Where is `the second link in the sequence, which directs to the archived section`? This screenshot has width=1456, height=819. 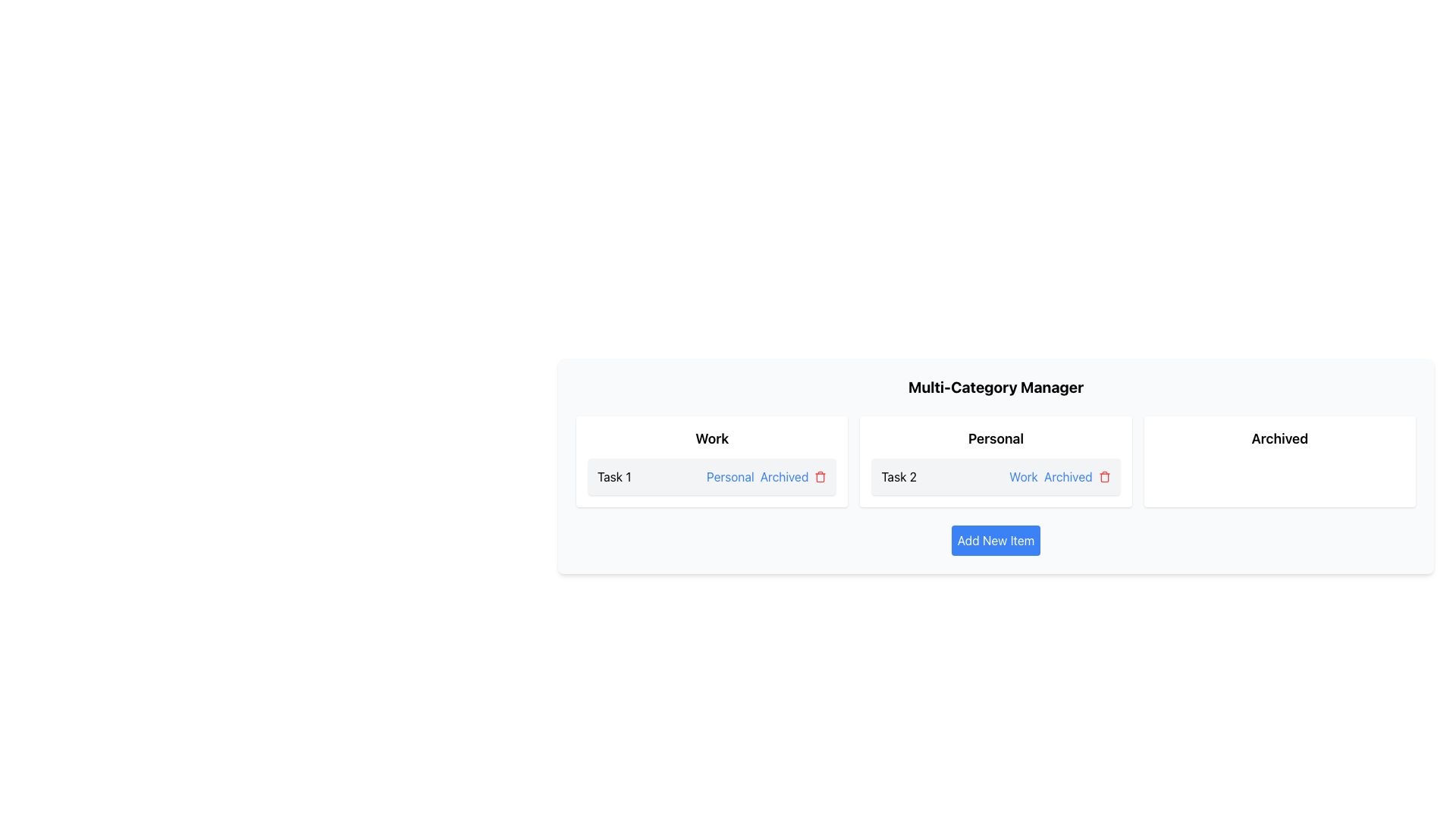 the second link in the sequence, which directs to the archived section is located at coordinates (783, 475).